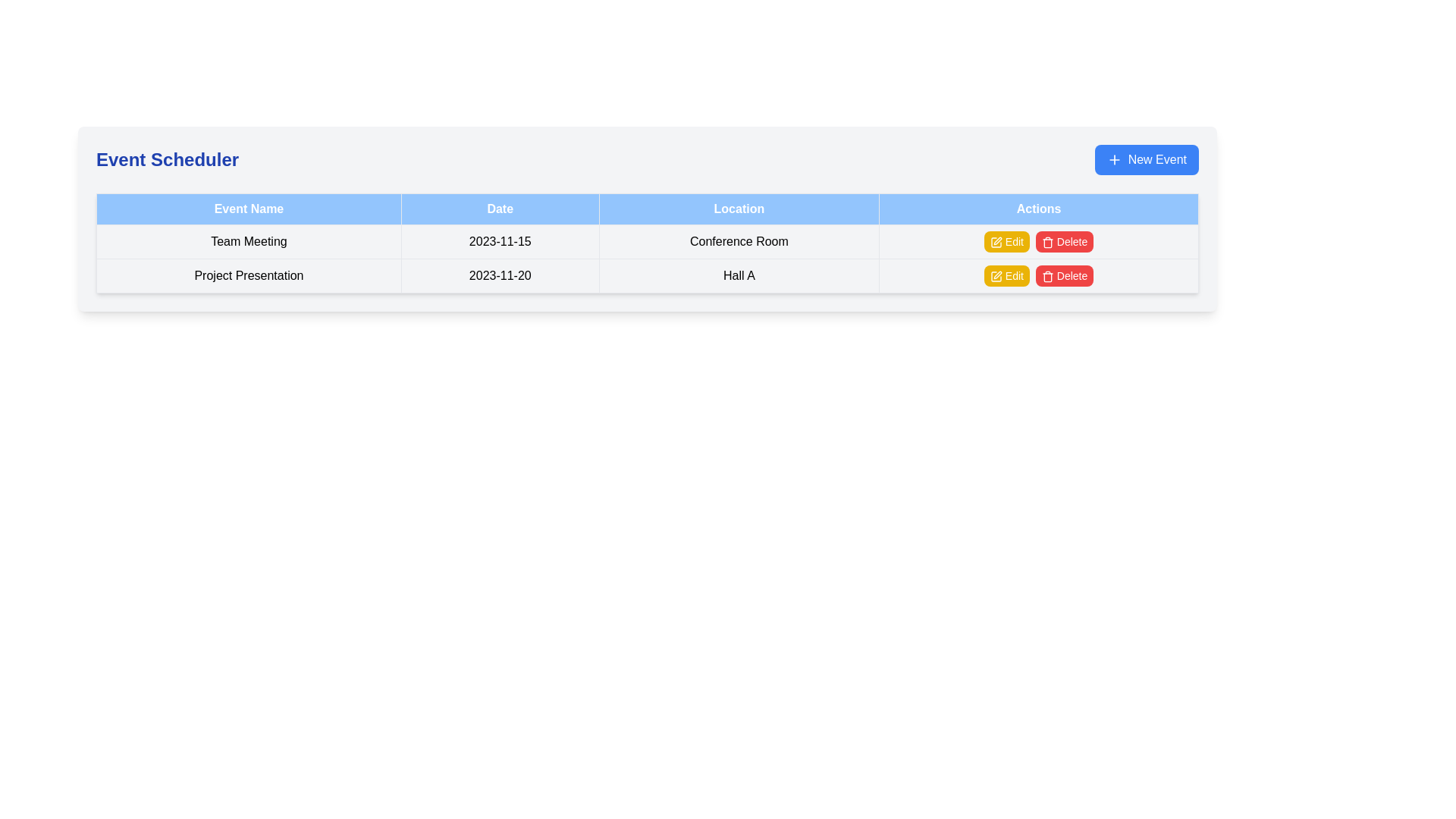 This screenshot has height=819, width=1456. What do you see at coordinates (249, 241) in the screenshot?
I see `the static text label displaying 'Team Meeting' which is centered in a rectangular cell within a table structure in the scheduler interface` at bounding box center [249, 241].